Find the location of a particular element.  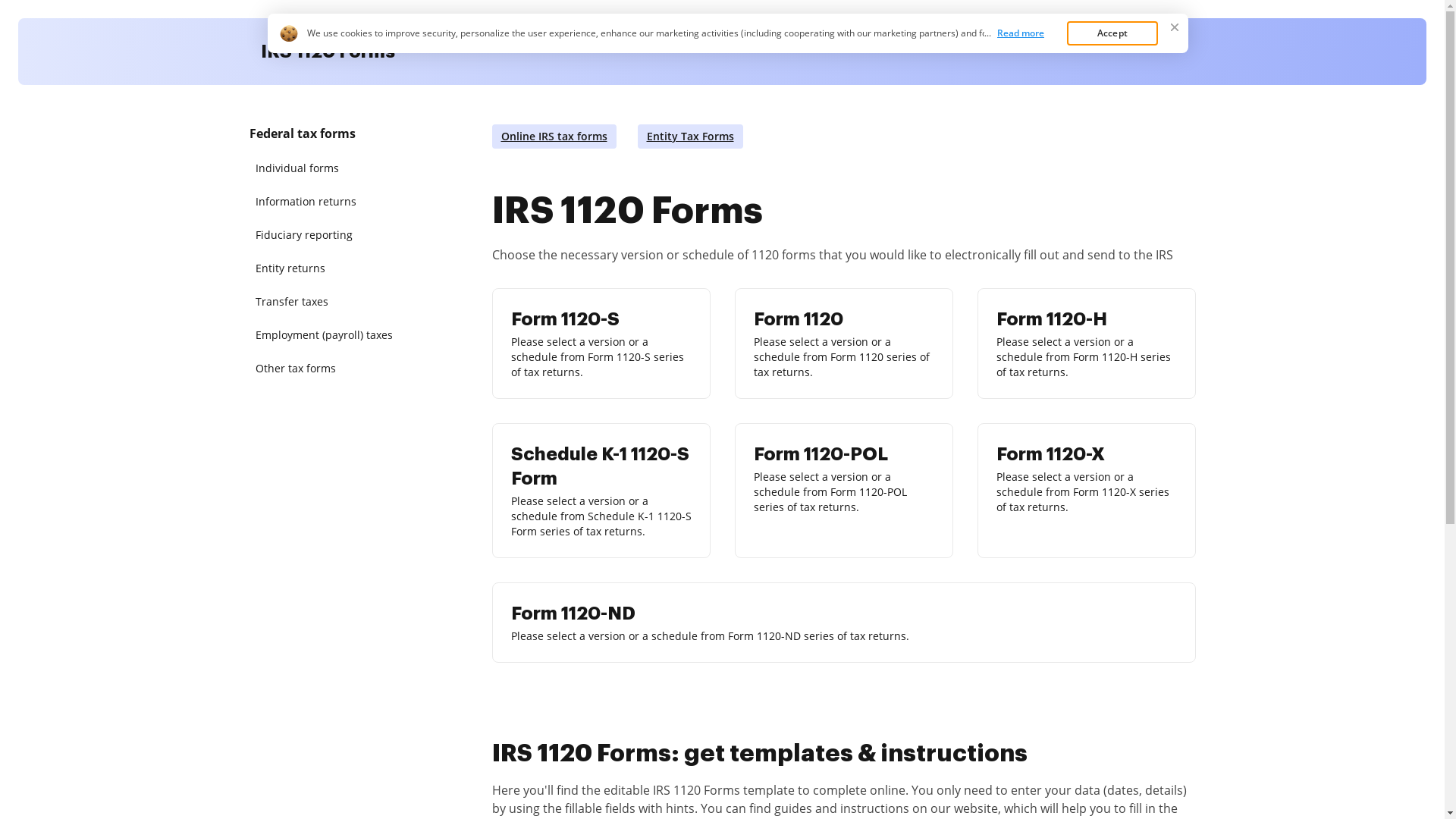

'Entity returns' is located at coordinates (248, 268).